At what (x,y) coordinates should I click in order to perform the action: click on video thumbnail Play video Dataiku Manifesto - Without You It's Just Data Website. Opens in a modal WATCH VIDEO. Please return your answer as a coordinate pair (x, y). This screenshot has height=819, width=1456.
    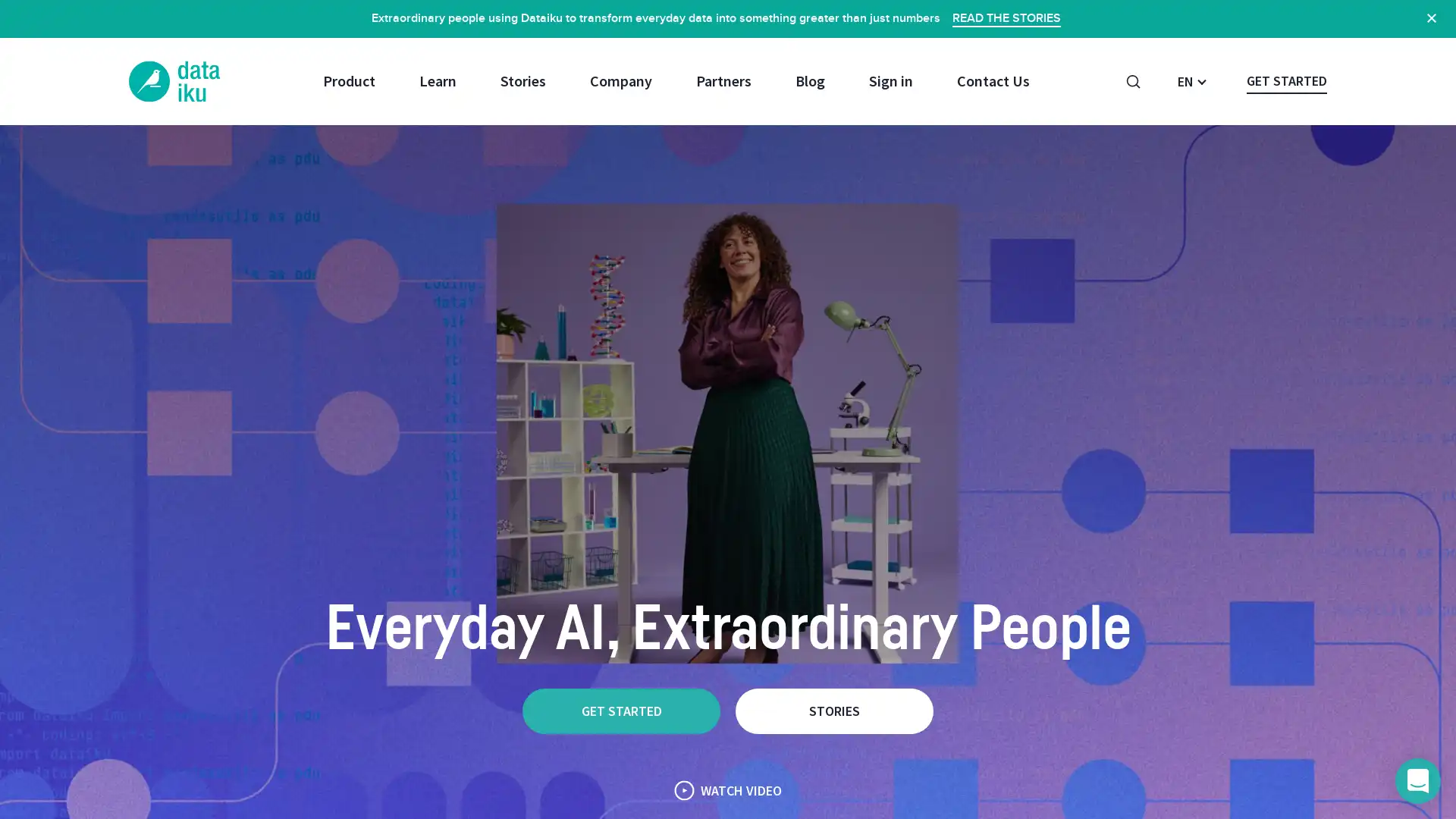
    Looking at the image, I should click on (728, 789).